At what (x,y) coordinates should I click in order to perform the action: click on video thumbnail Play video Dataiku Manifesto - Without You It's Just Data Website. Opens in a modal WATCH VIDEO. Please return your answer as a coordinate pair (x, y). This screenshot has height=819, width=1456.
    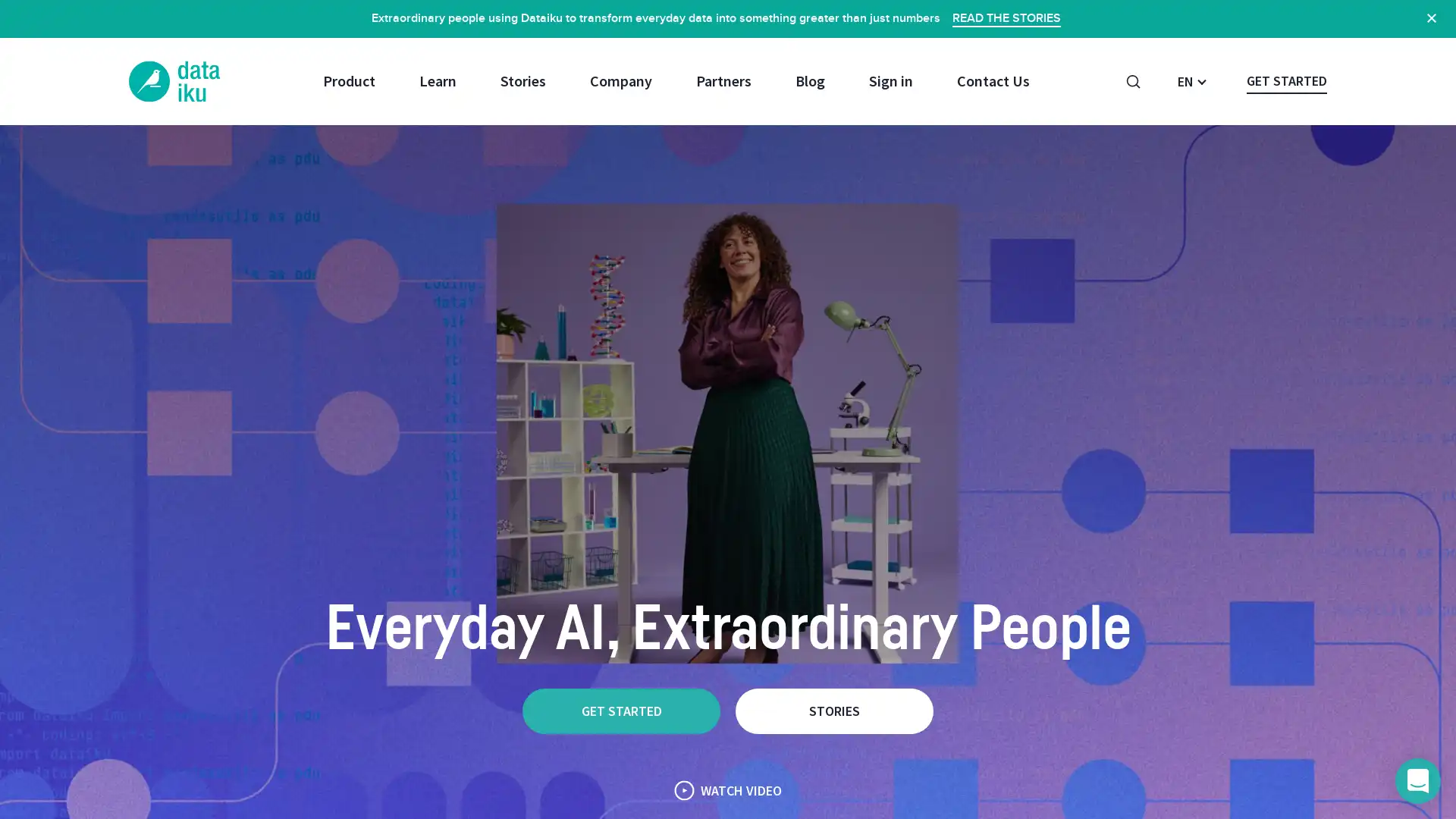
    Looking at the image, I should click on (728, 789).